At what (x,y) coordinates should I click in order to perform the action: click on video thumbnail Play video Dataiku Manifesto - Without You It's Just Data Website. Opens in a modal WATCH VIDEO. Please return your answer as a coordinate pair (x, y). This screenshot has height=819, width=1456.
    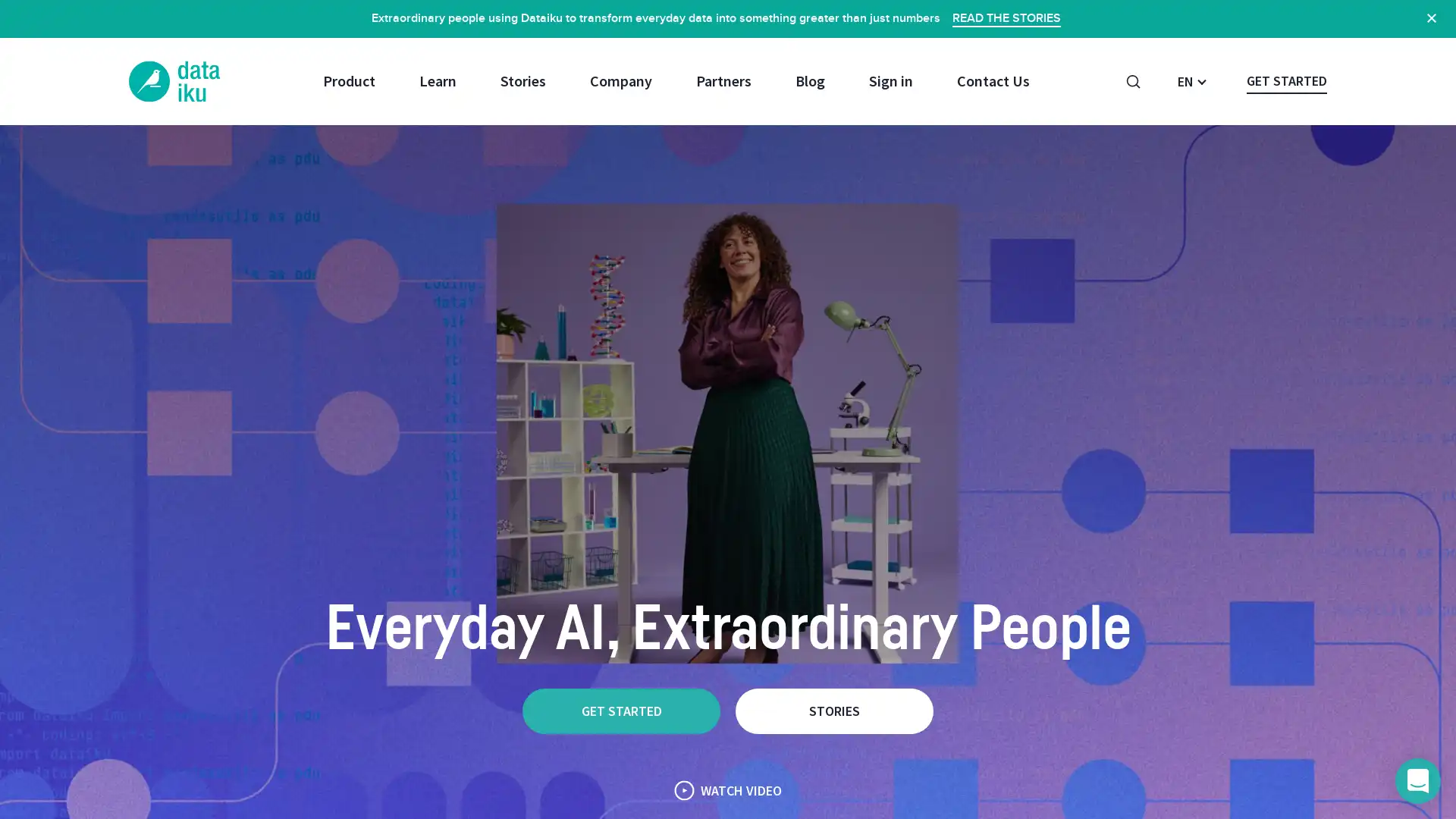
    Looking at the image, I should click on (728, 789).